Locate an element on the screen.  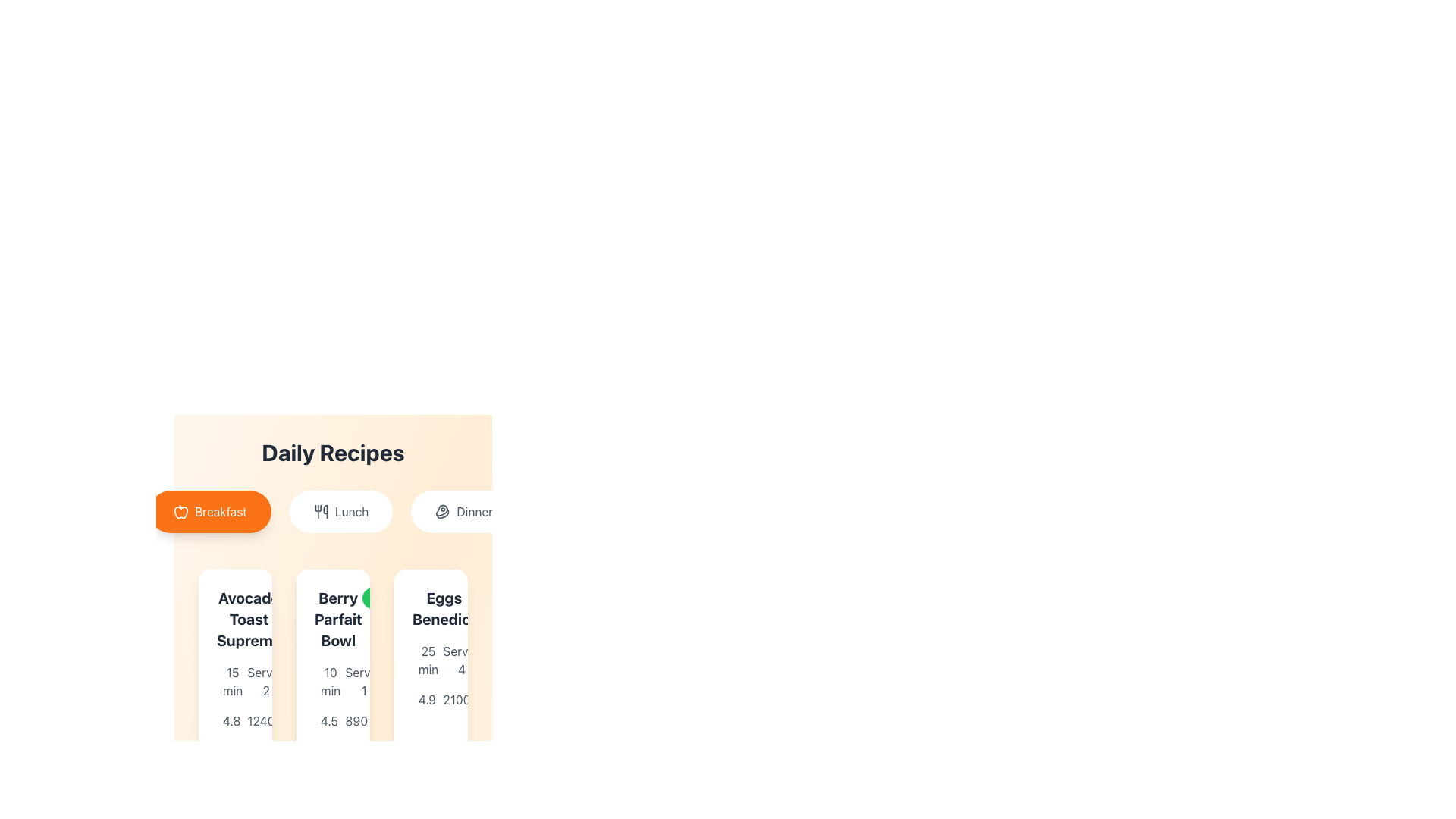
the 'Lunch' category icon, which is located slightly to the left of the center of the 'Lunch' button in a horizontal layout of meal options is located at coordinates (320, 512).